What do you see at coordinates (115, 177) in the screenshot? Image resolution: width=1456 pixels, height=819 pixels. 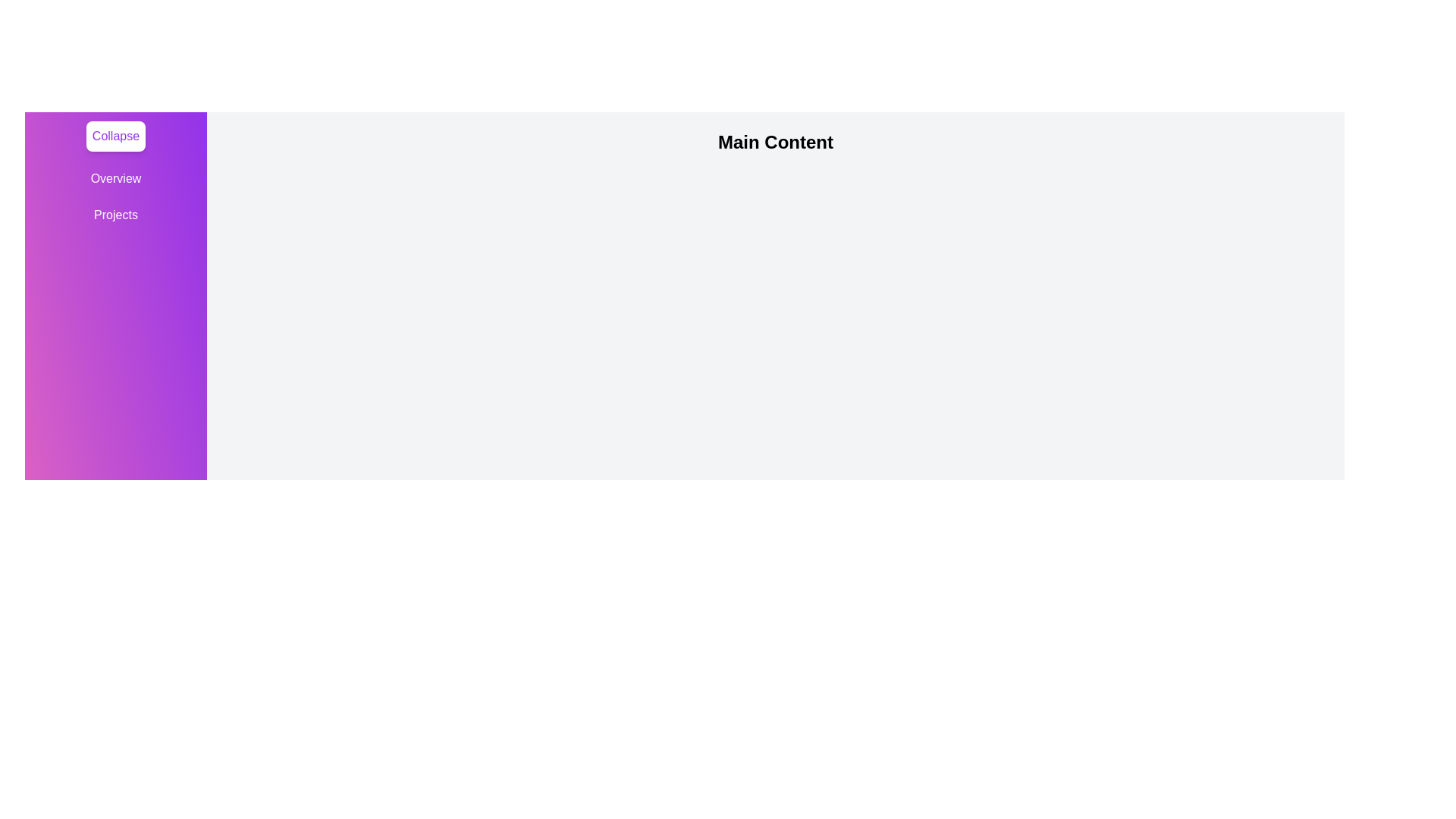 I see `the tab Overview from the drawer` at bounding box center [115, 177].